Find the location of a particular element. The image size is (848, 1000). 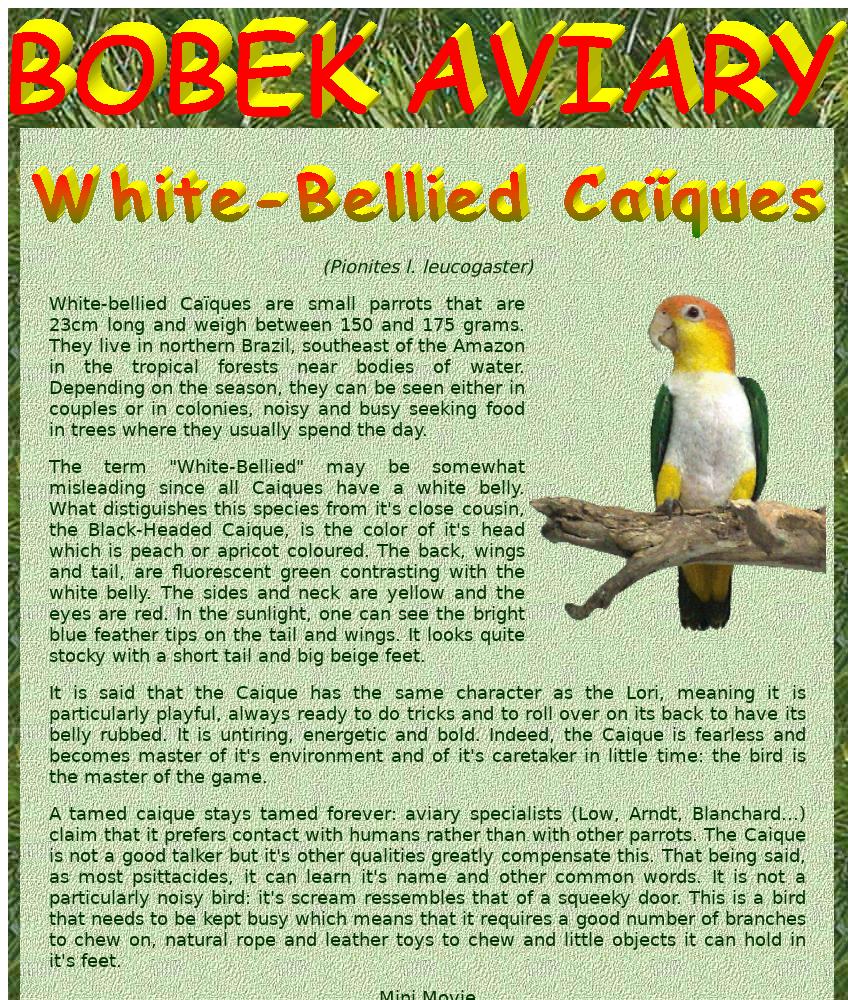

'one' is located at coordinates (333, 612).